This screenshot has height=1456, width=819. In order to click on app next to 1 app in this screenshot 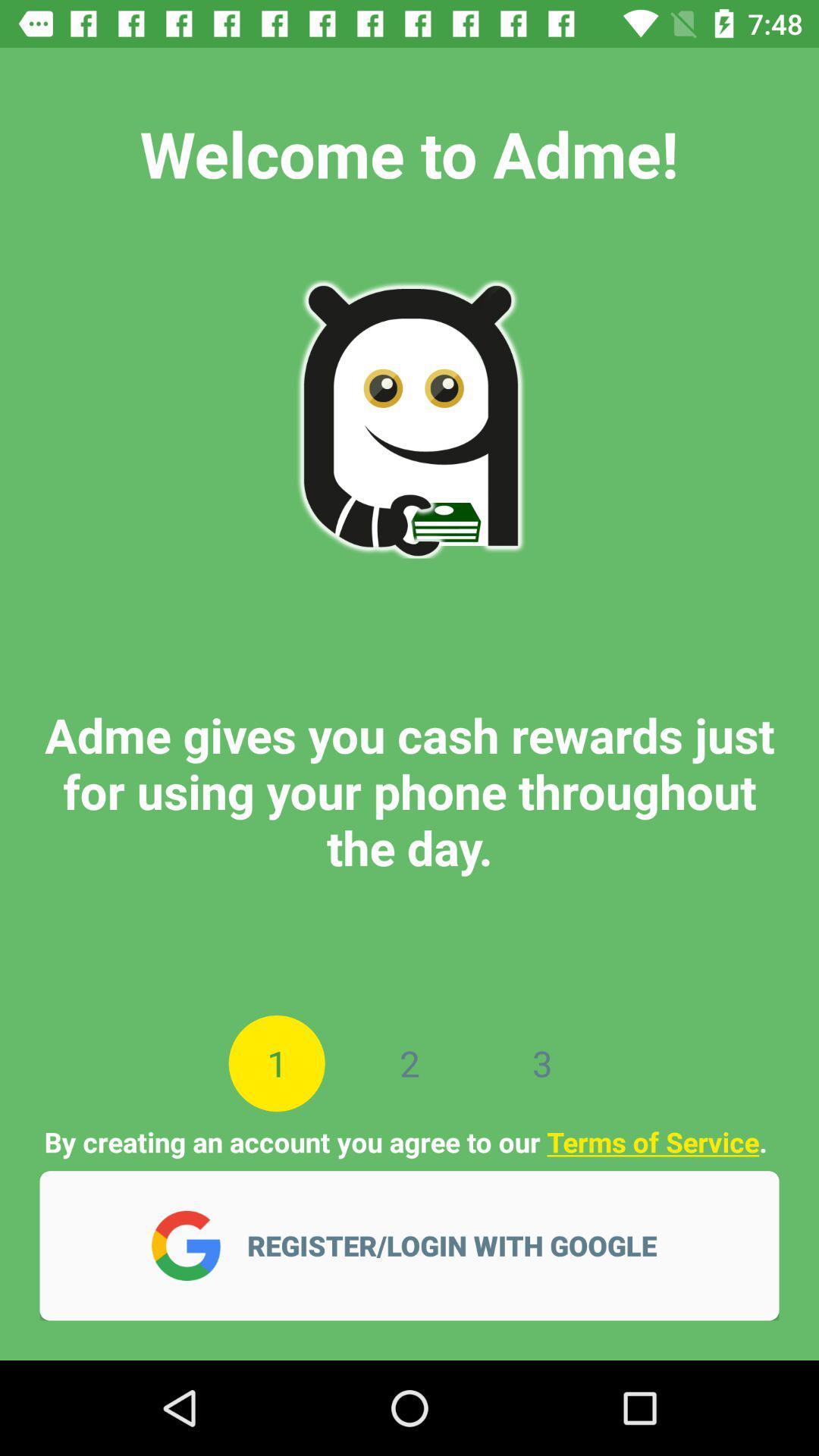, I will do `click(409, 1062)`.